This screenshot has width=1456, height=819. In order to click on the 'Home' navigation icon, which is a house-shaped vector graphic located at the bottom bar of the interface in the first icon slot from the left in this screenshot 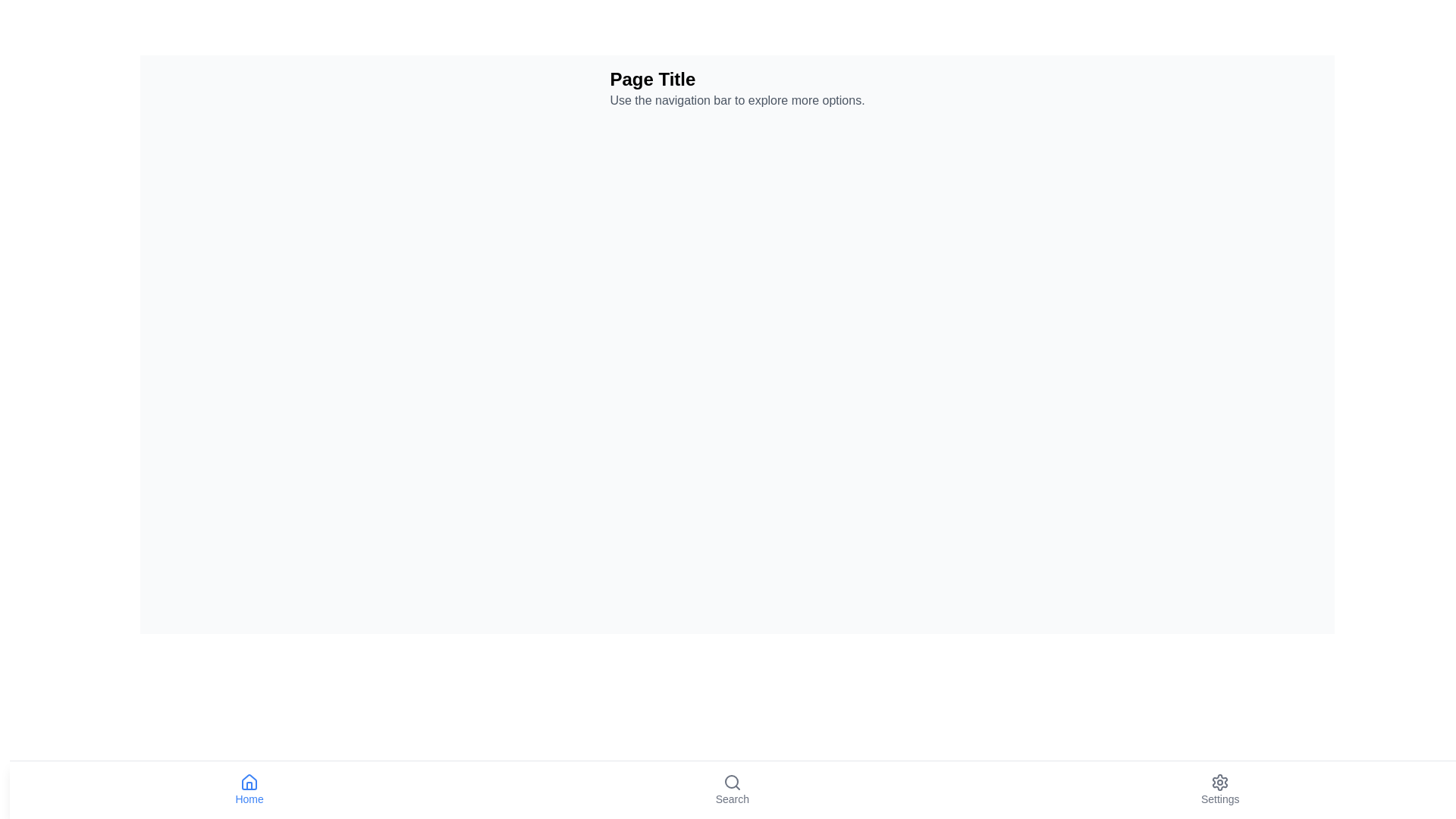, I will do `click(249, 782)`.